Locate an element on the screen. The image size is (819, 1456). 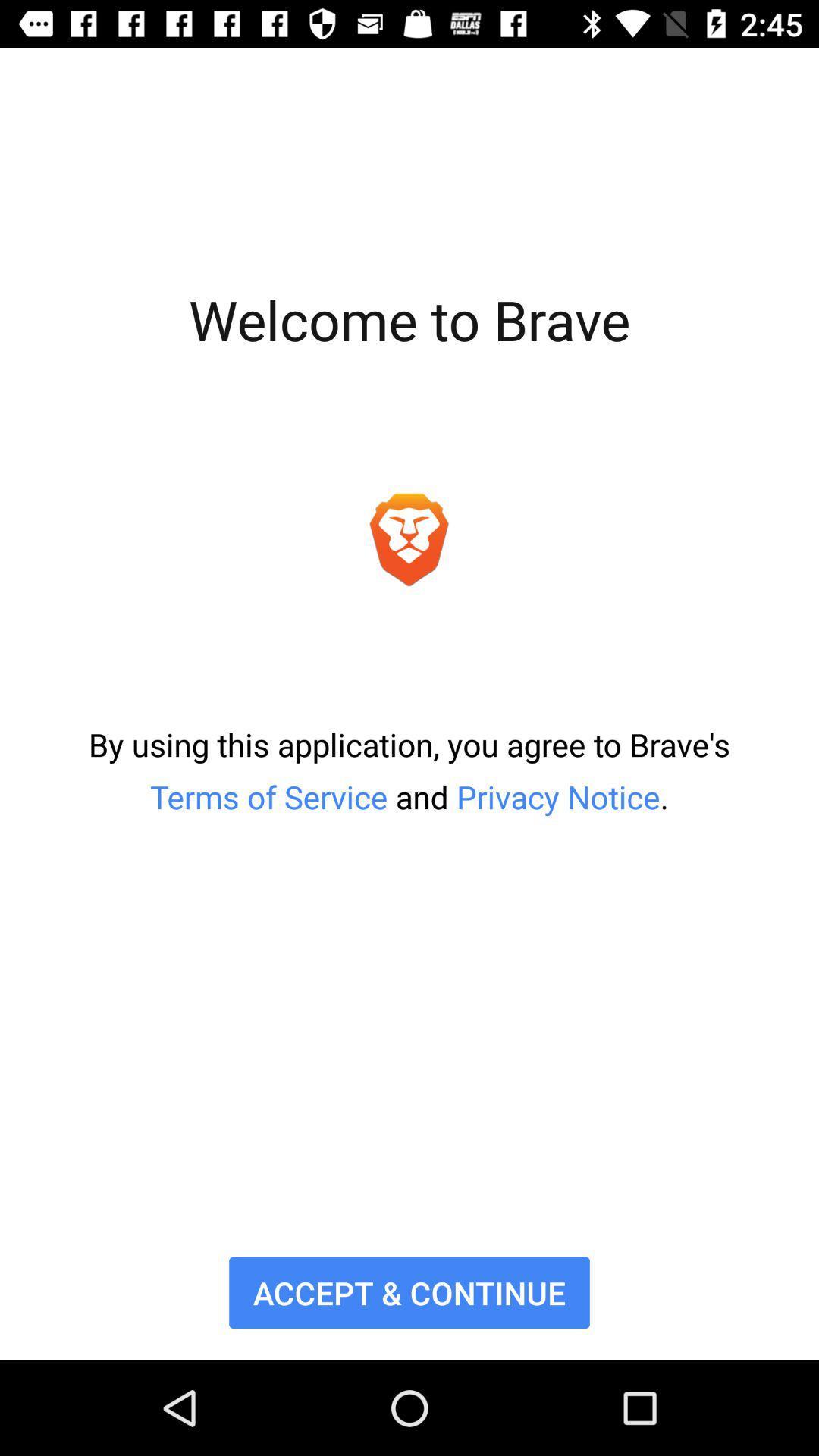
the icon below by using this icon is located at coordinates (409, 1291).